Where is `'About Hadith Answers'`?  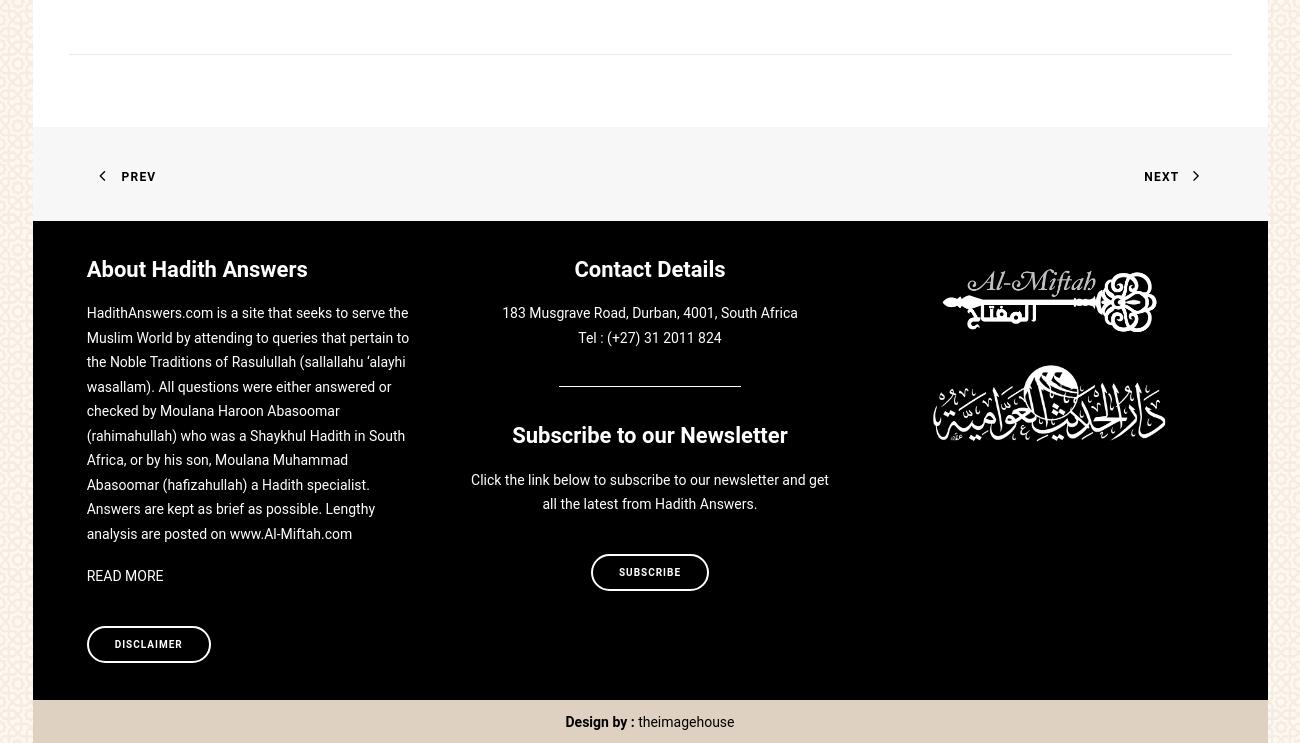
'About Hadith Answers' is located at coordinates (196, 269).